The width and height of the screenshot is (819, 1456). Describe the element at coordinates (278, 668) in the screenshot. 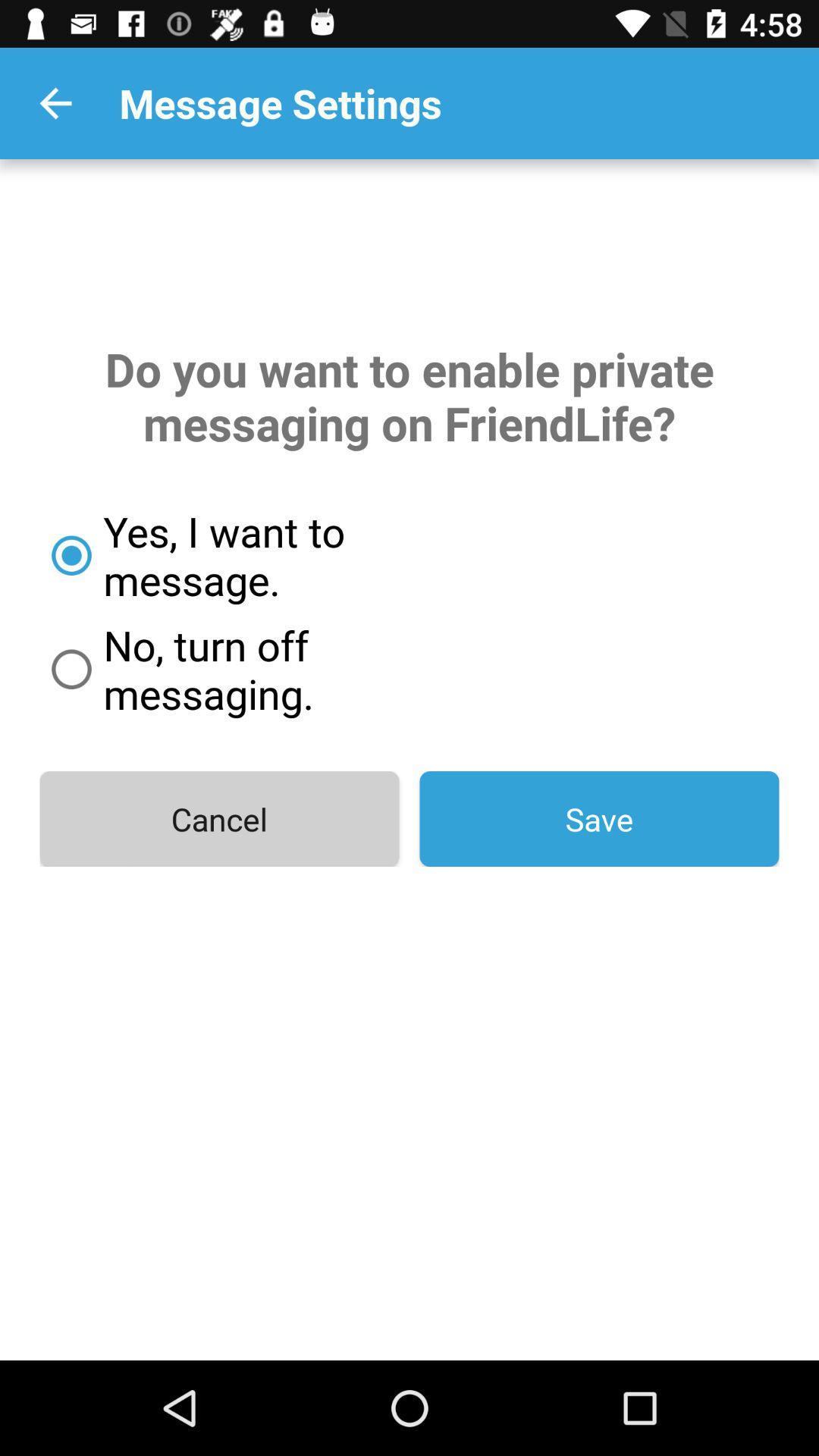

I see `the no turn off item` at that location.